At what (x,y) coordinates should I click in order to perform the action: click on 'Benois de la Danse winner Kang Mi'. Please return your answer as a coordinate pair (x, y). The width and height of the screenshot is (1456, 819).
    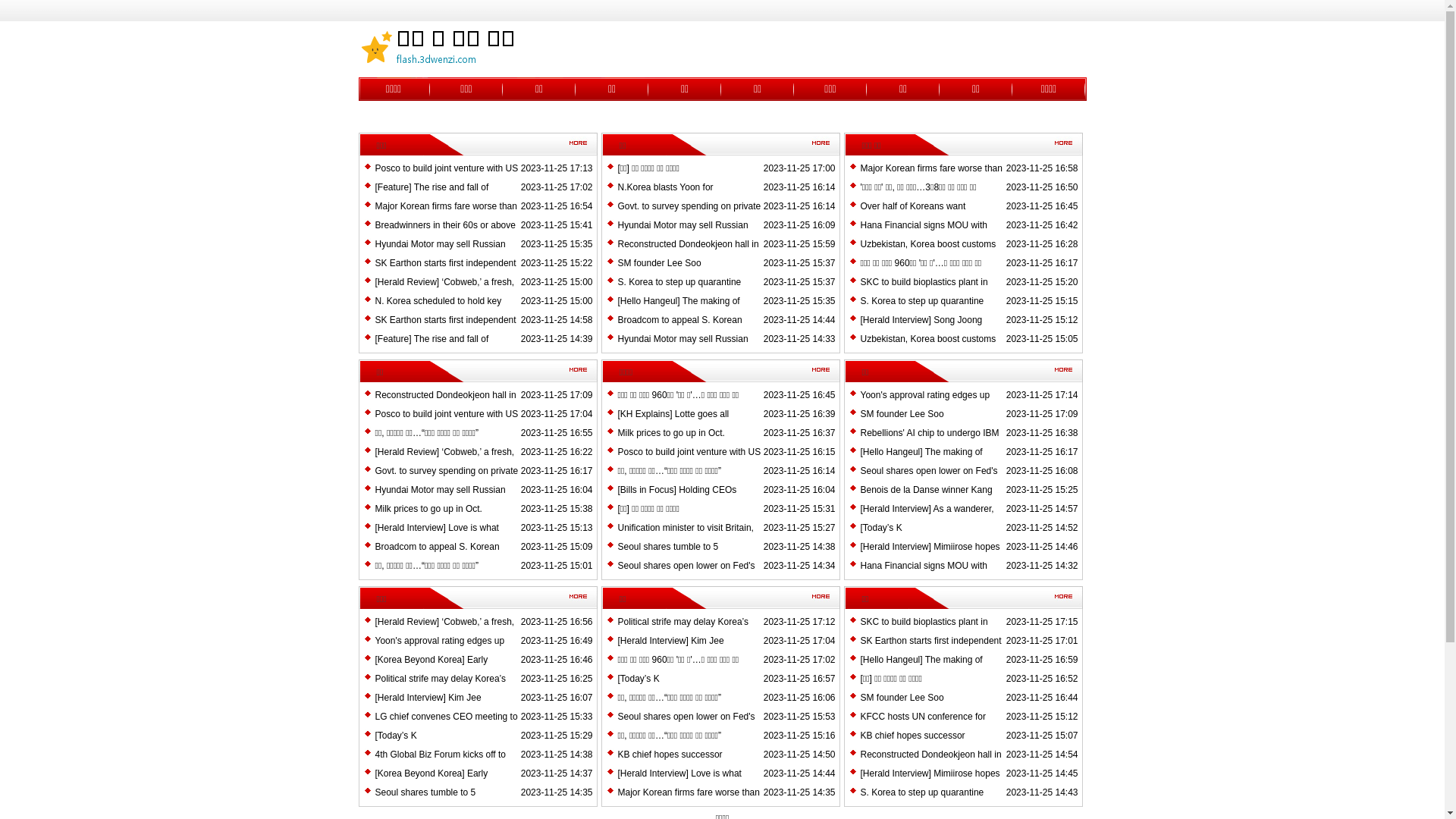
    Looking at the image, I should click on (924, 499).